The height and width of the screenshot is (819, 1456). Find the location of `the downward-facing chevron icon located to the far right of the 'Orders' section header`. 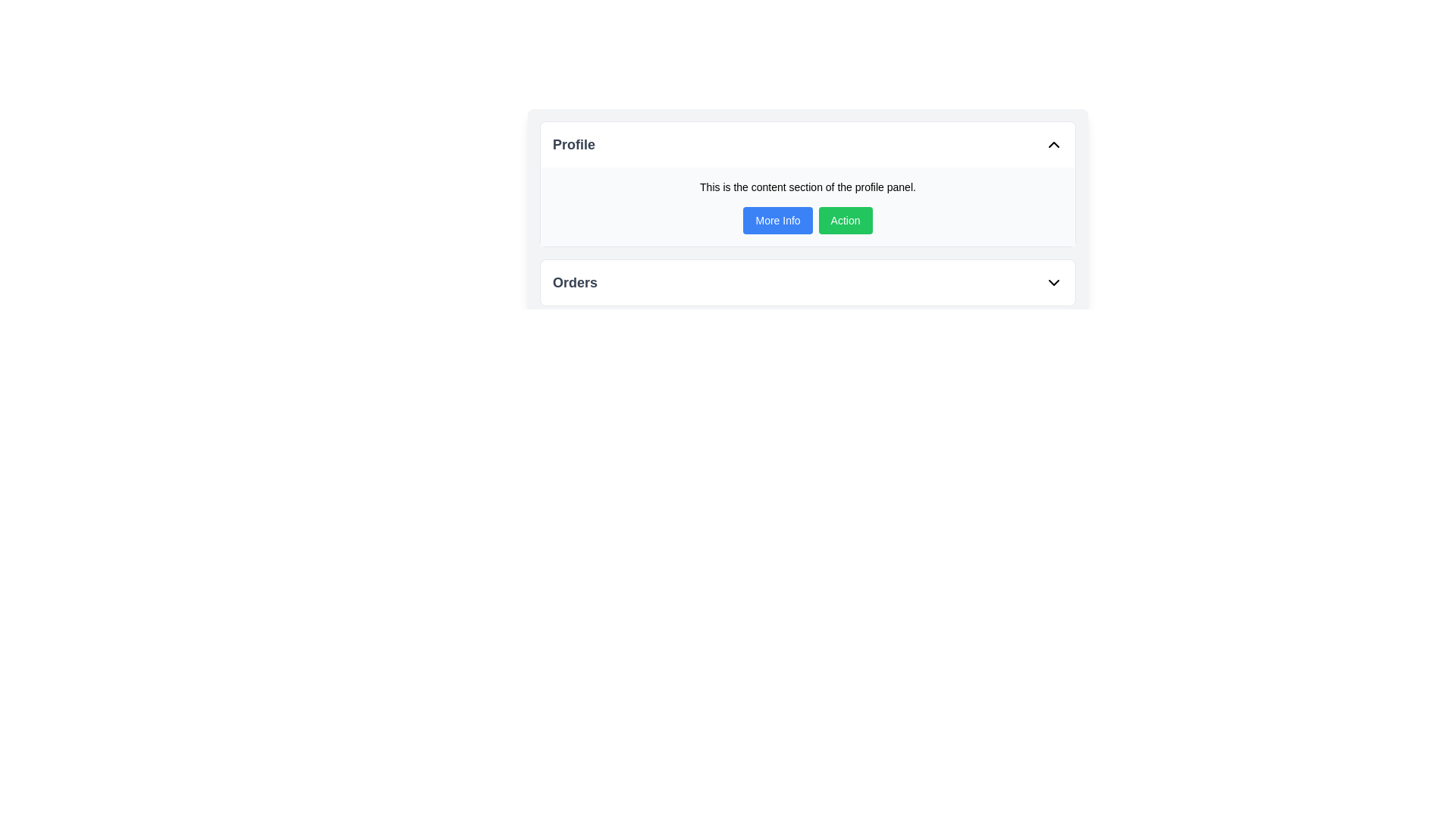

the downward-facing chevron icon located to the far right of the 'Orders' section header is located at coordinates (1053, 283).